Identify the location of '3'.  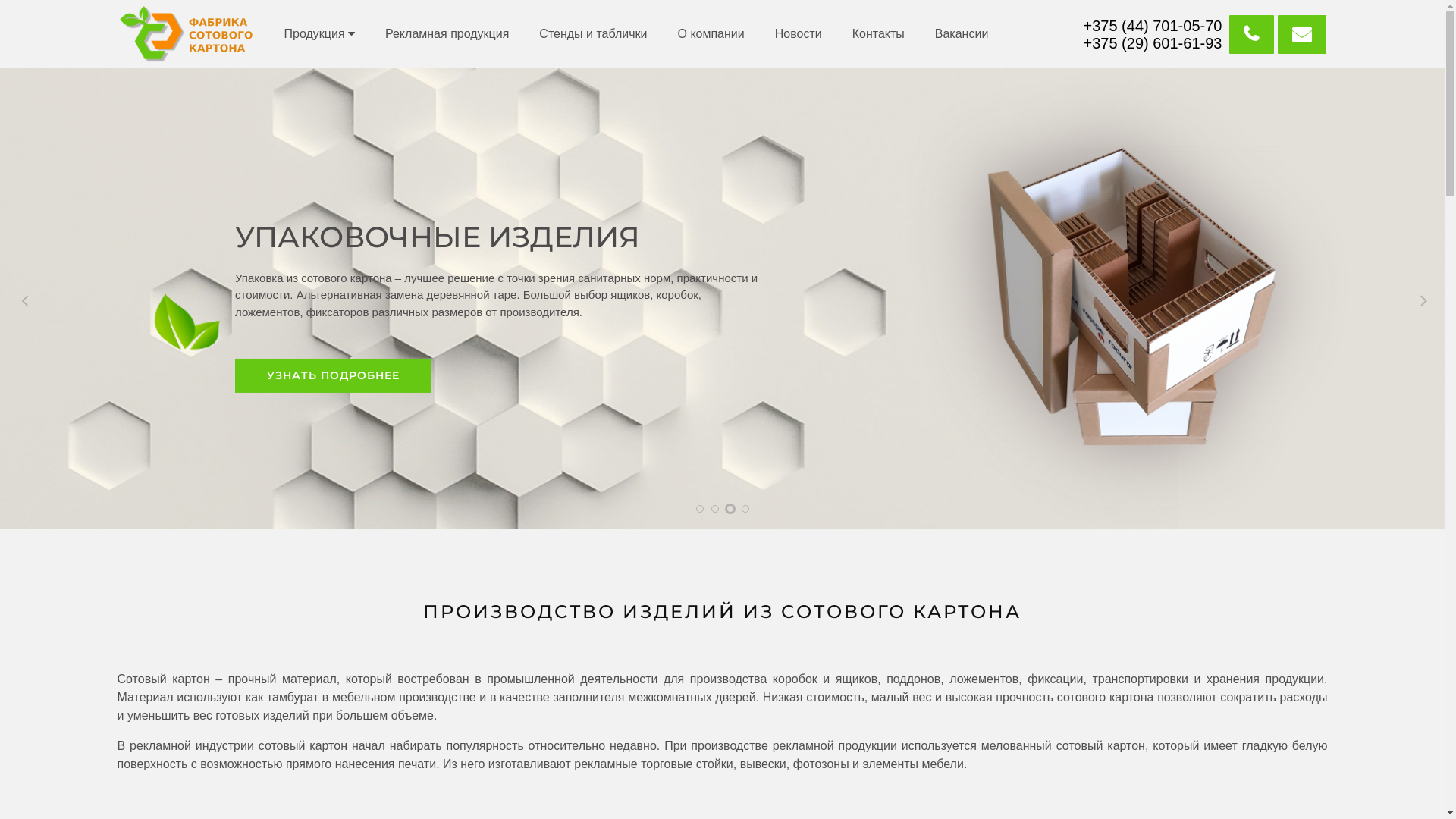
(730, 509).